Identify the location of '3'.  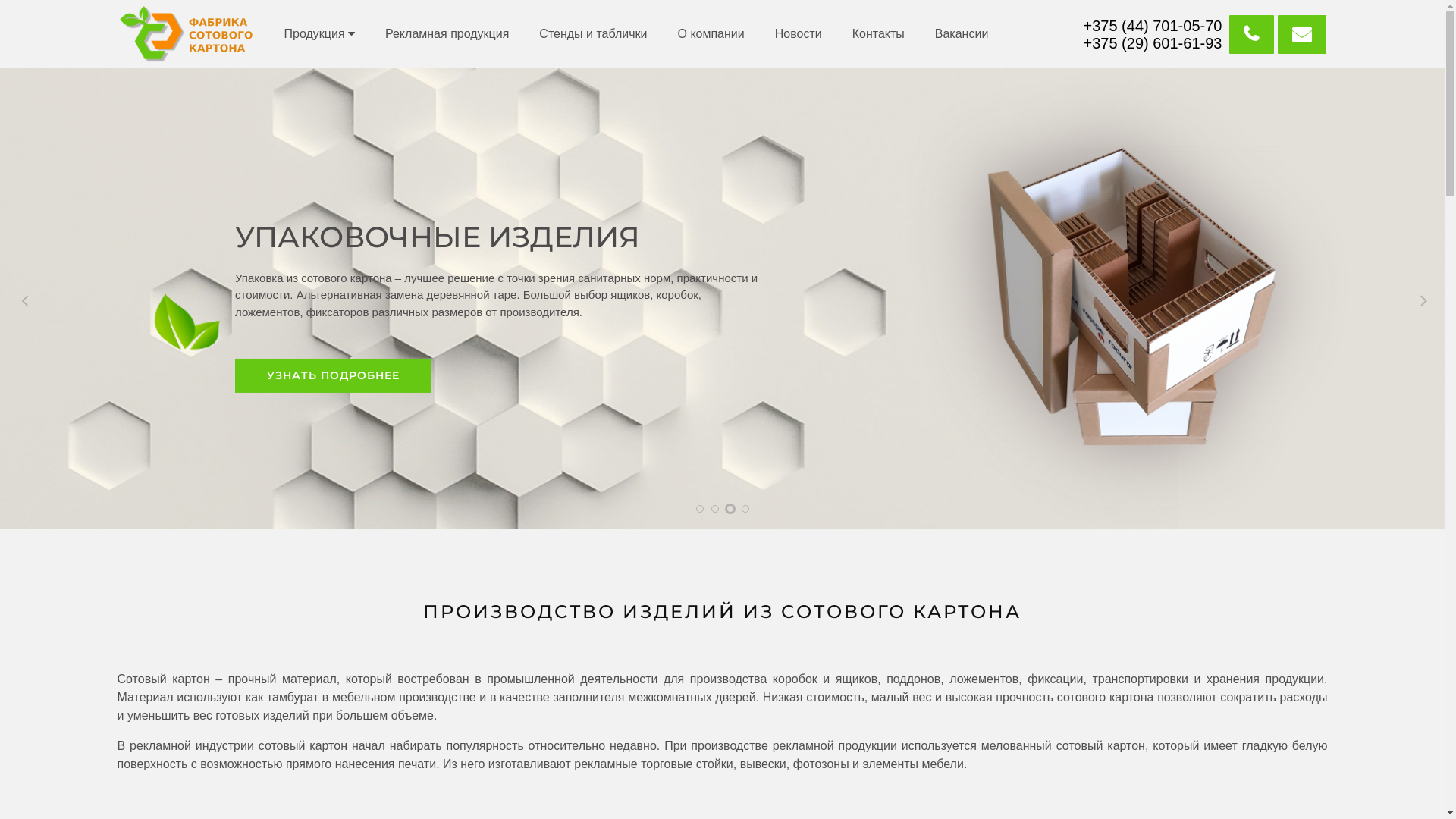
(730, 509).